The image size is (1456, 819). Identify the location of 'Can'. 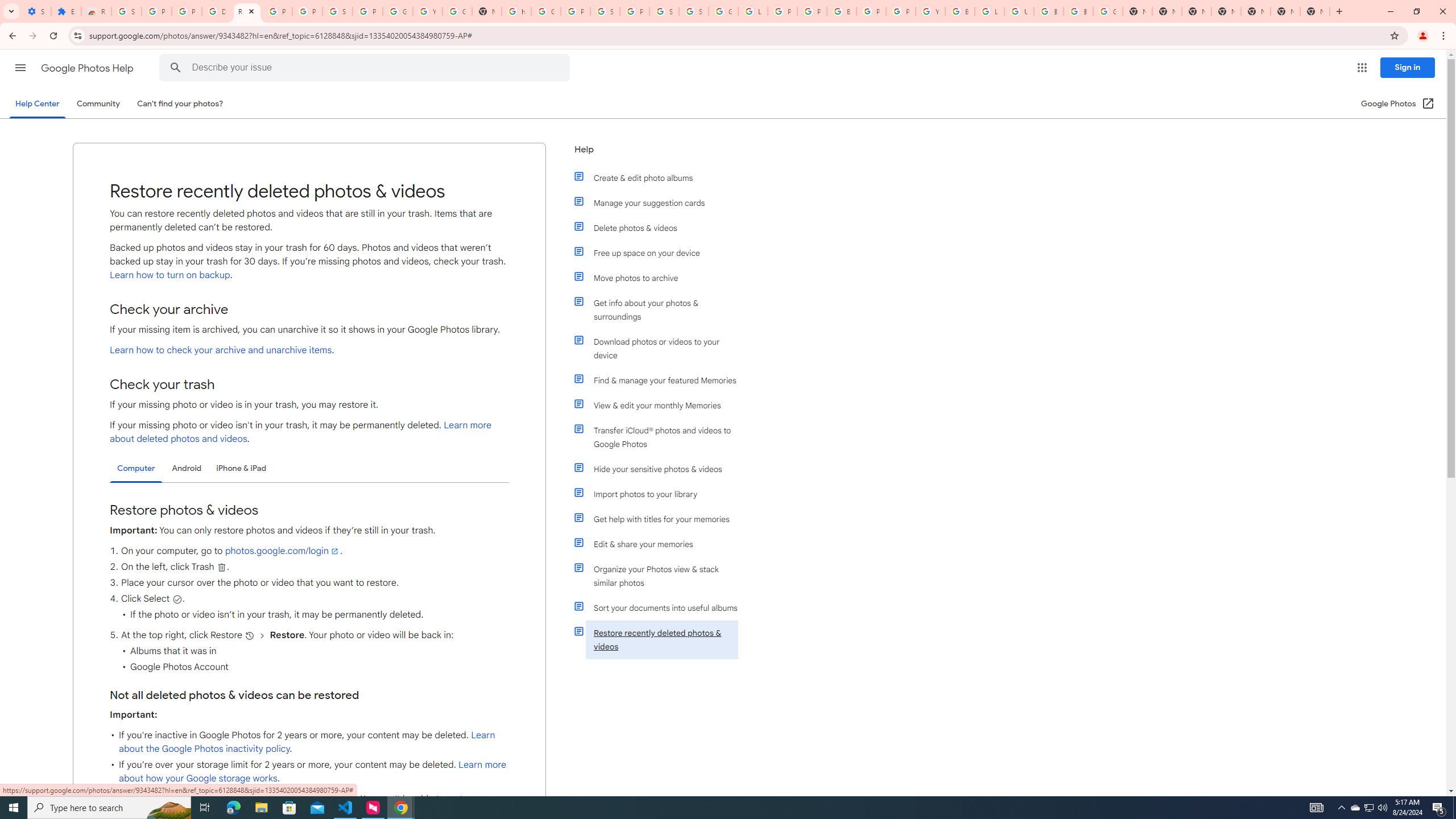
(180, 103).